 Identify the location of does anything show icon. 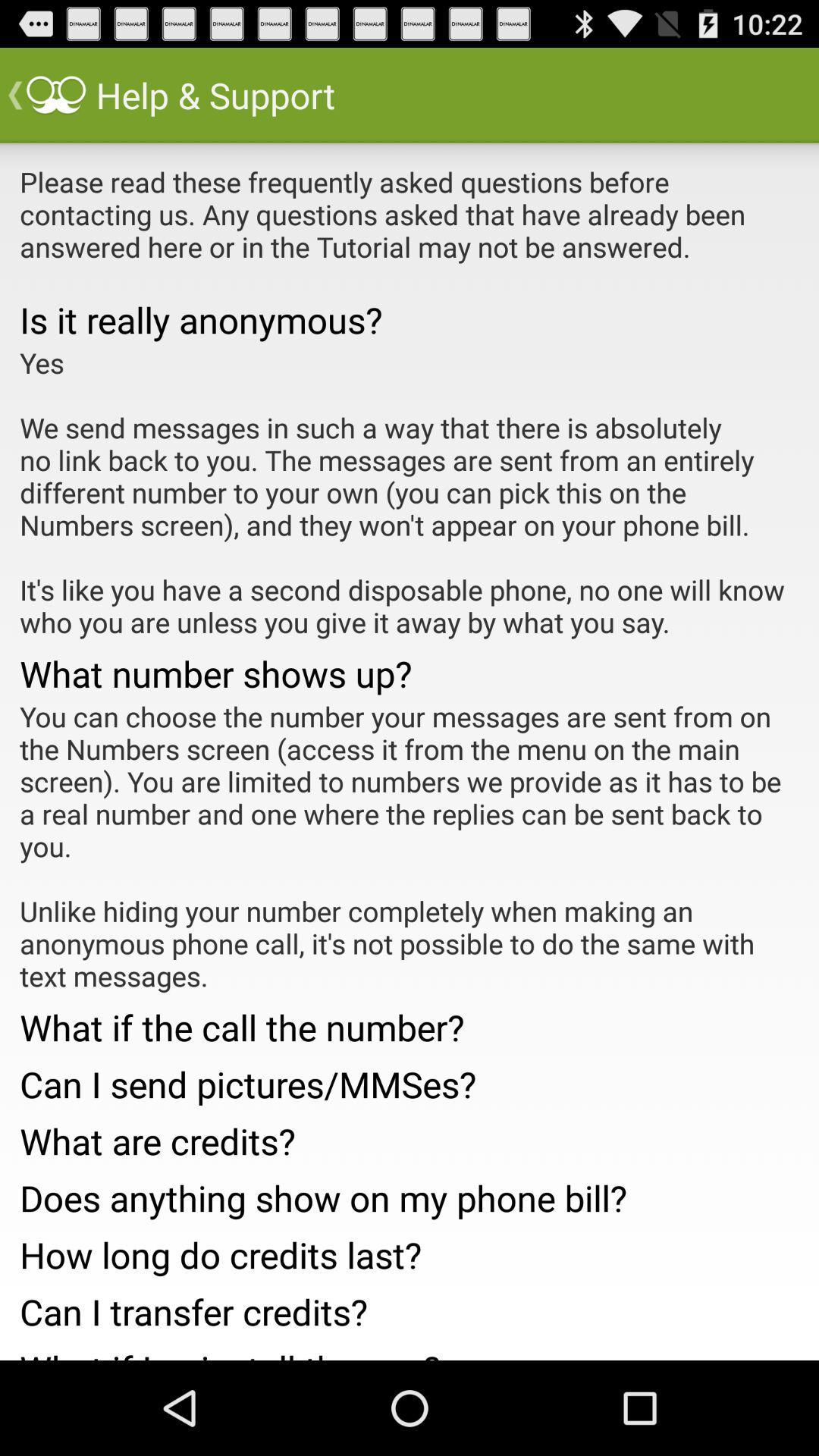
(409, 1193).